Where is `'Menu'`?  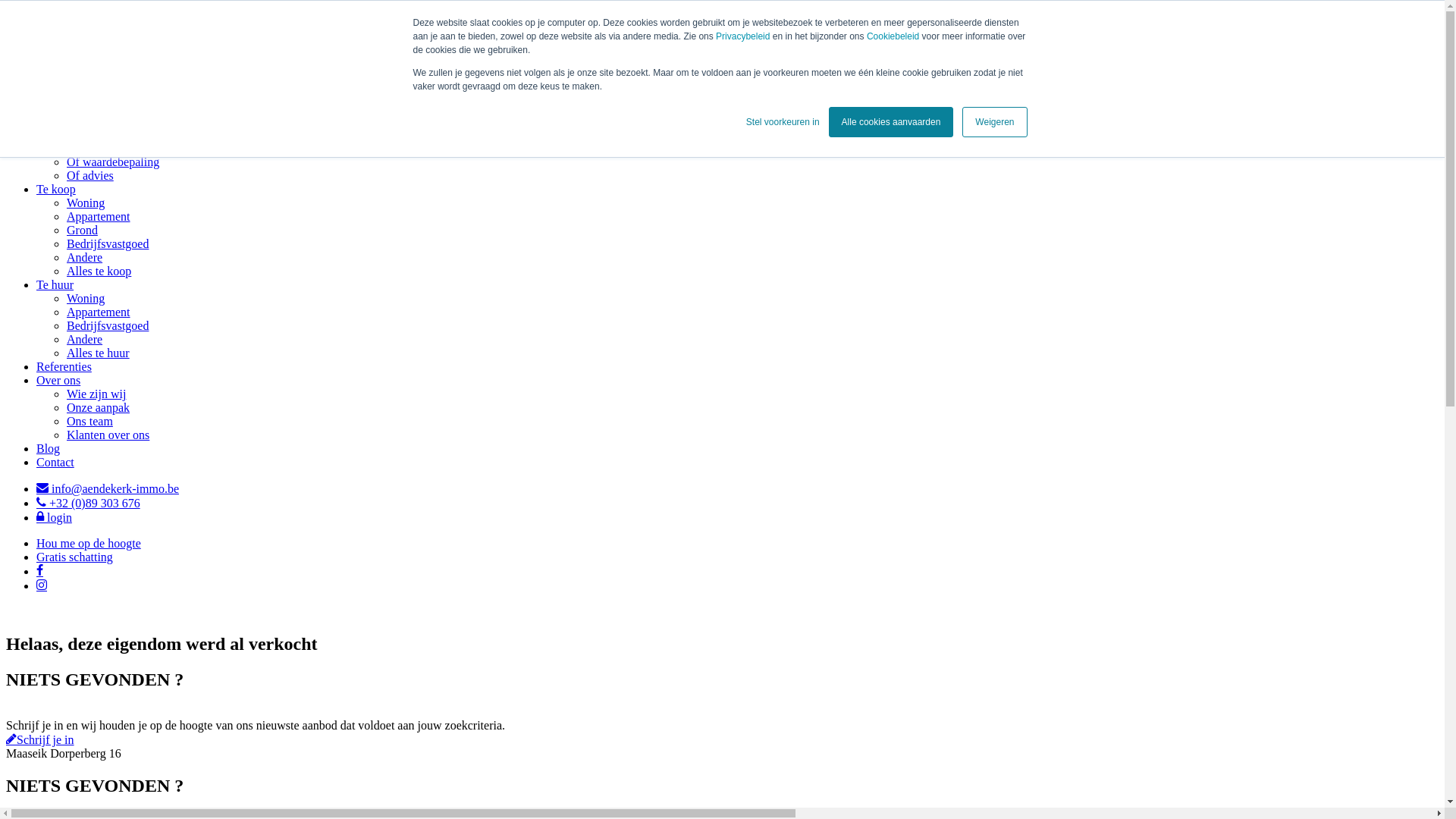 'Menu' is located at coordinates (24, 80).